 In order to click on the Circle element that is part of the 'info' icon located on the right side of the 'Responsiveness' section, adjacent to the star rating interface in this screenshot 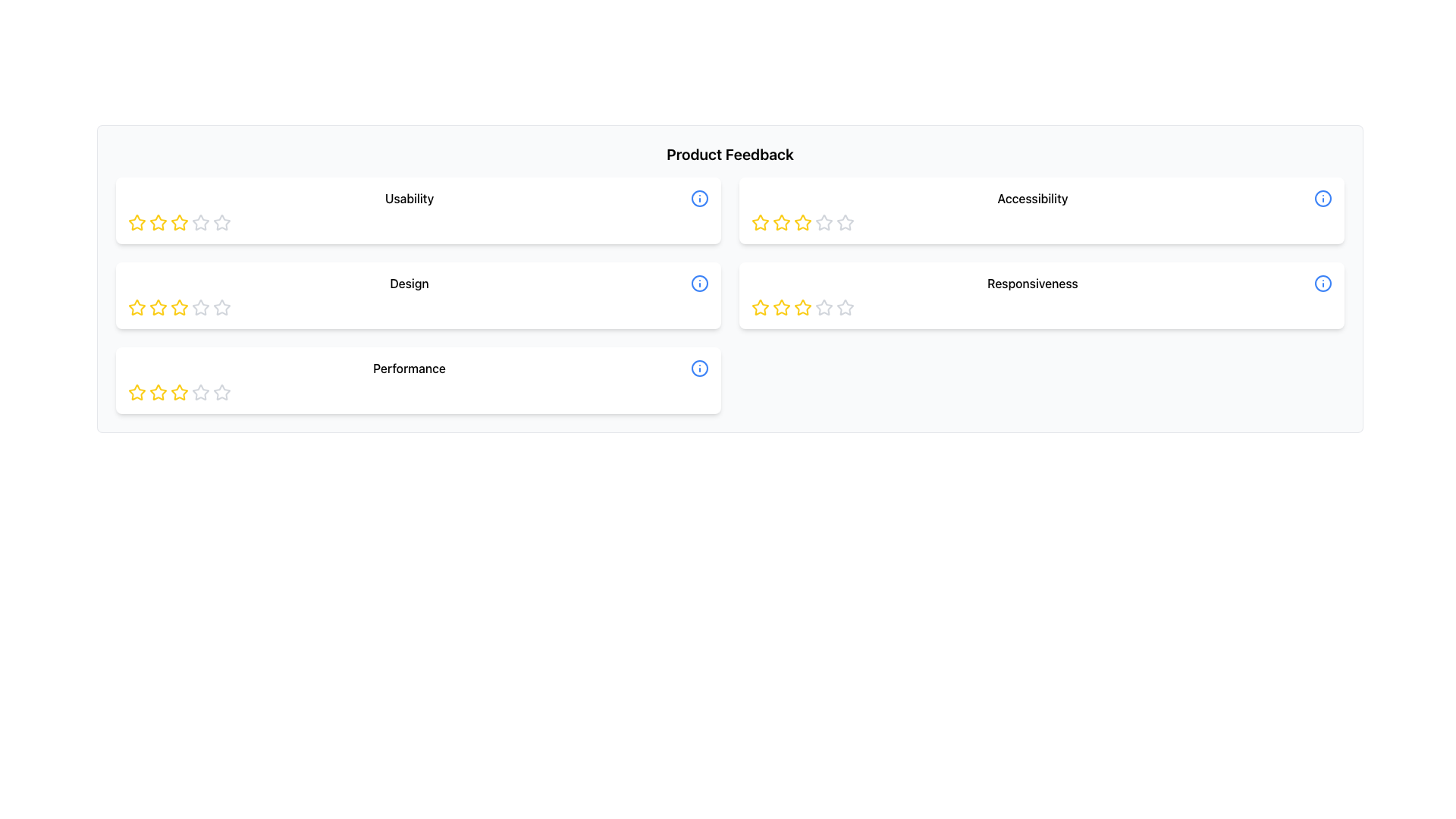, I will do `click(1323, 284)`.